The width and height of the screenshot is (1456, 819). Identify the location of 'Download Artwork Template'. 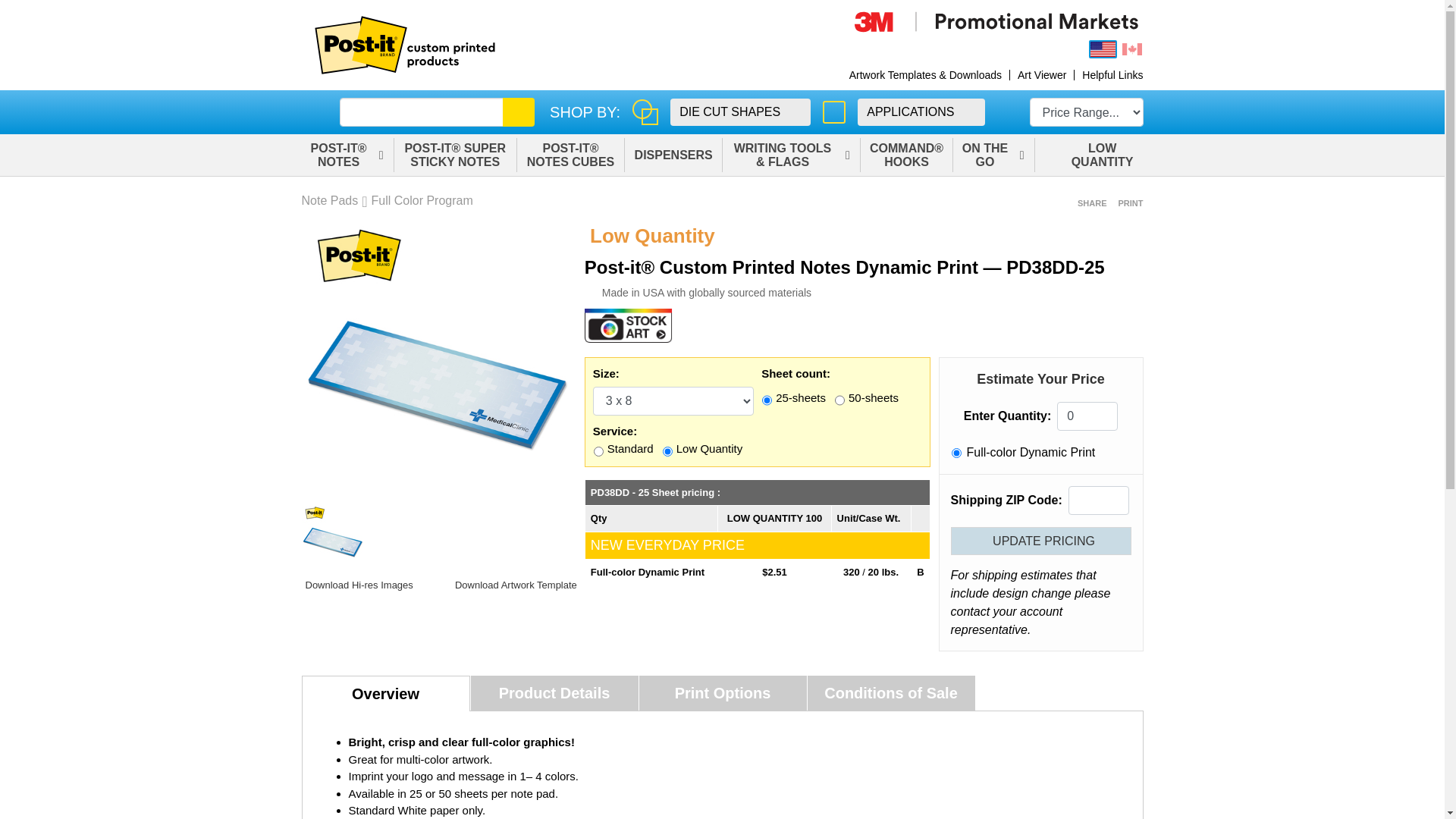
(450, 584).